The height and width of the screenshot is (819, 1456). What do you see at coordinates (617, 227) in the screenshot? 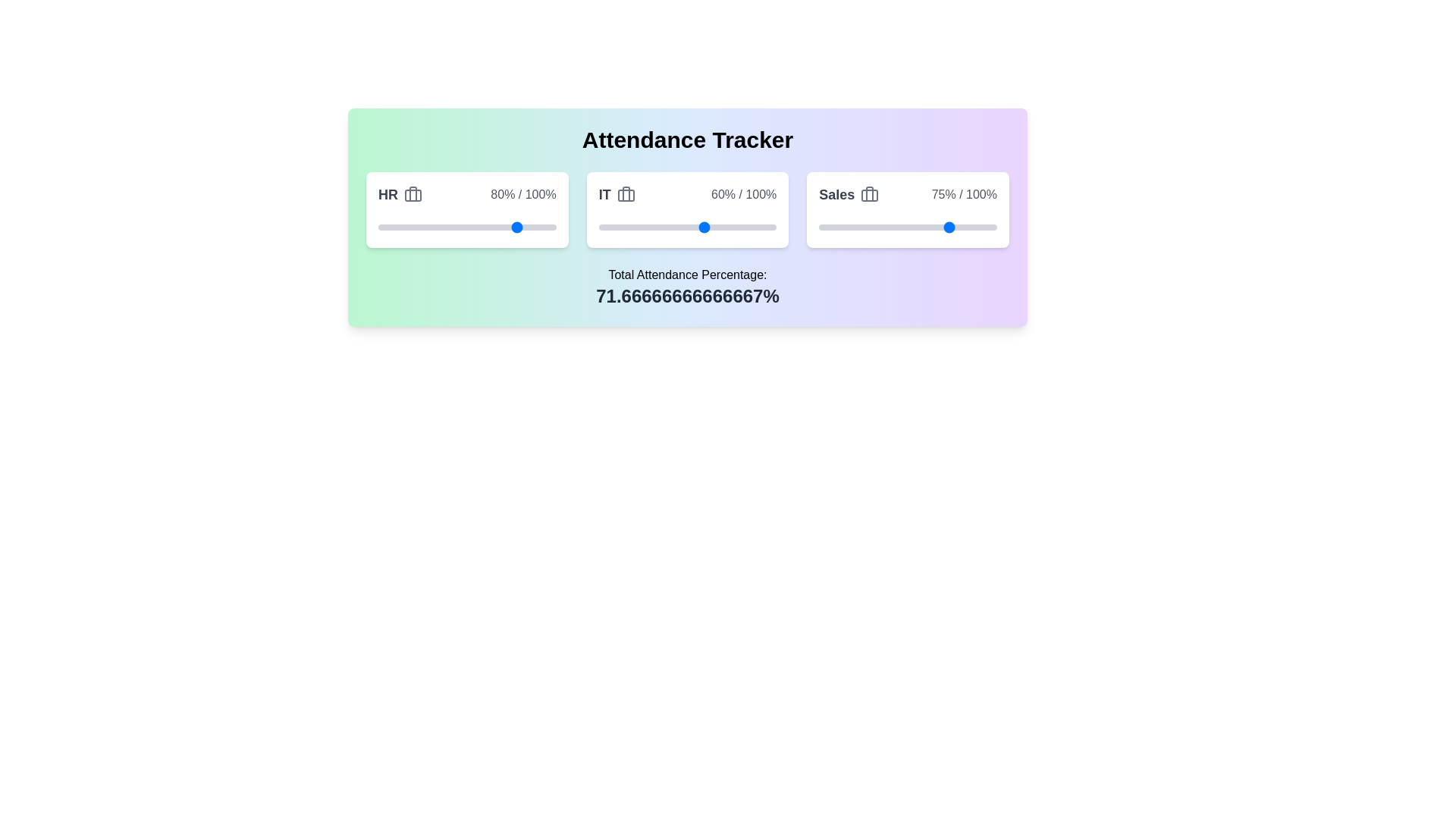
I see `the slider value` at bounding box center [617, 227].